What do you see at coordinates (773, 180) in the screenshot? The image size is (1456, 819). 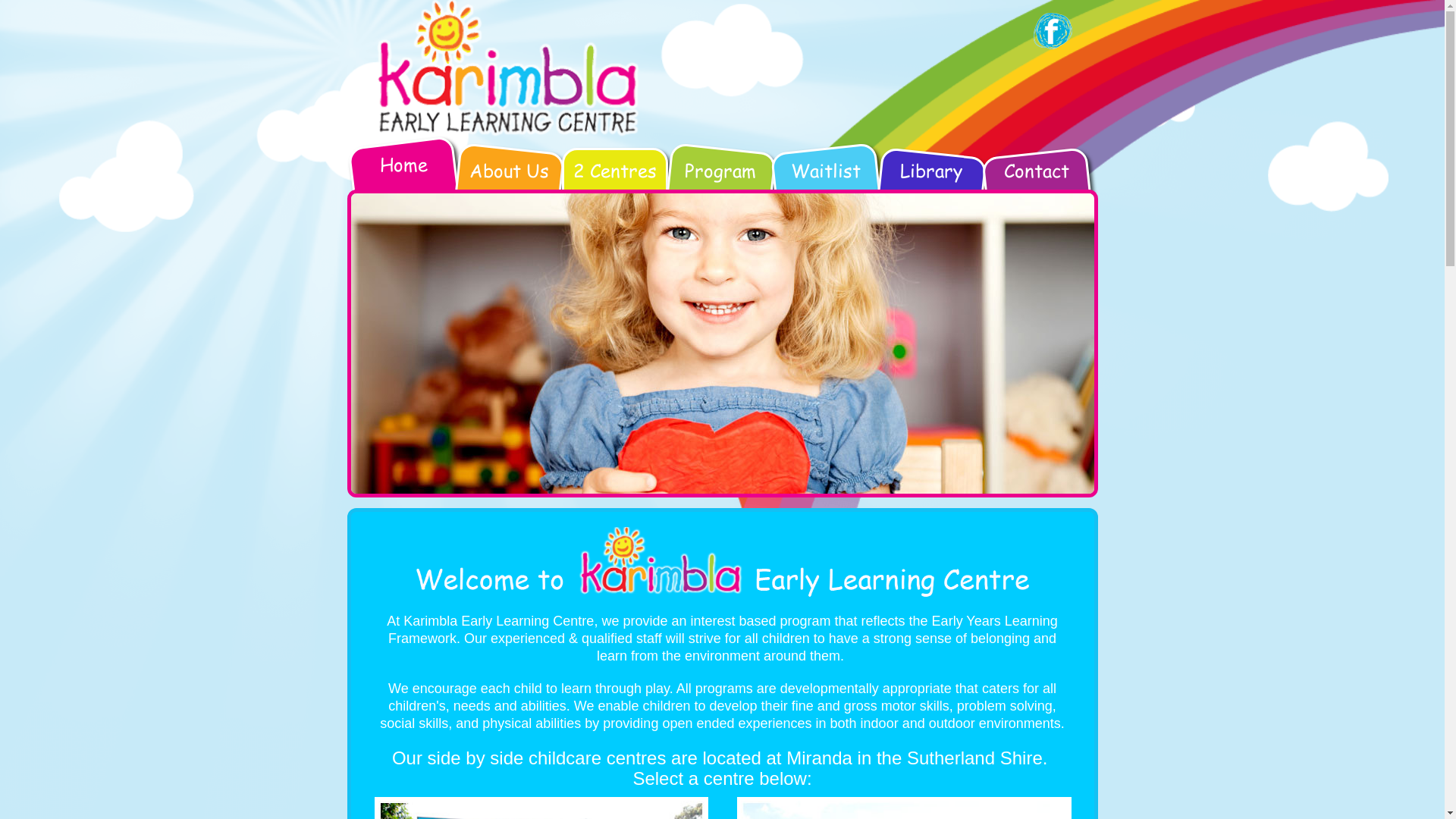 I see `'Waitlist'` at bounding box center [773, 180].